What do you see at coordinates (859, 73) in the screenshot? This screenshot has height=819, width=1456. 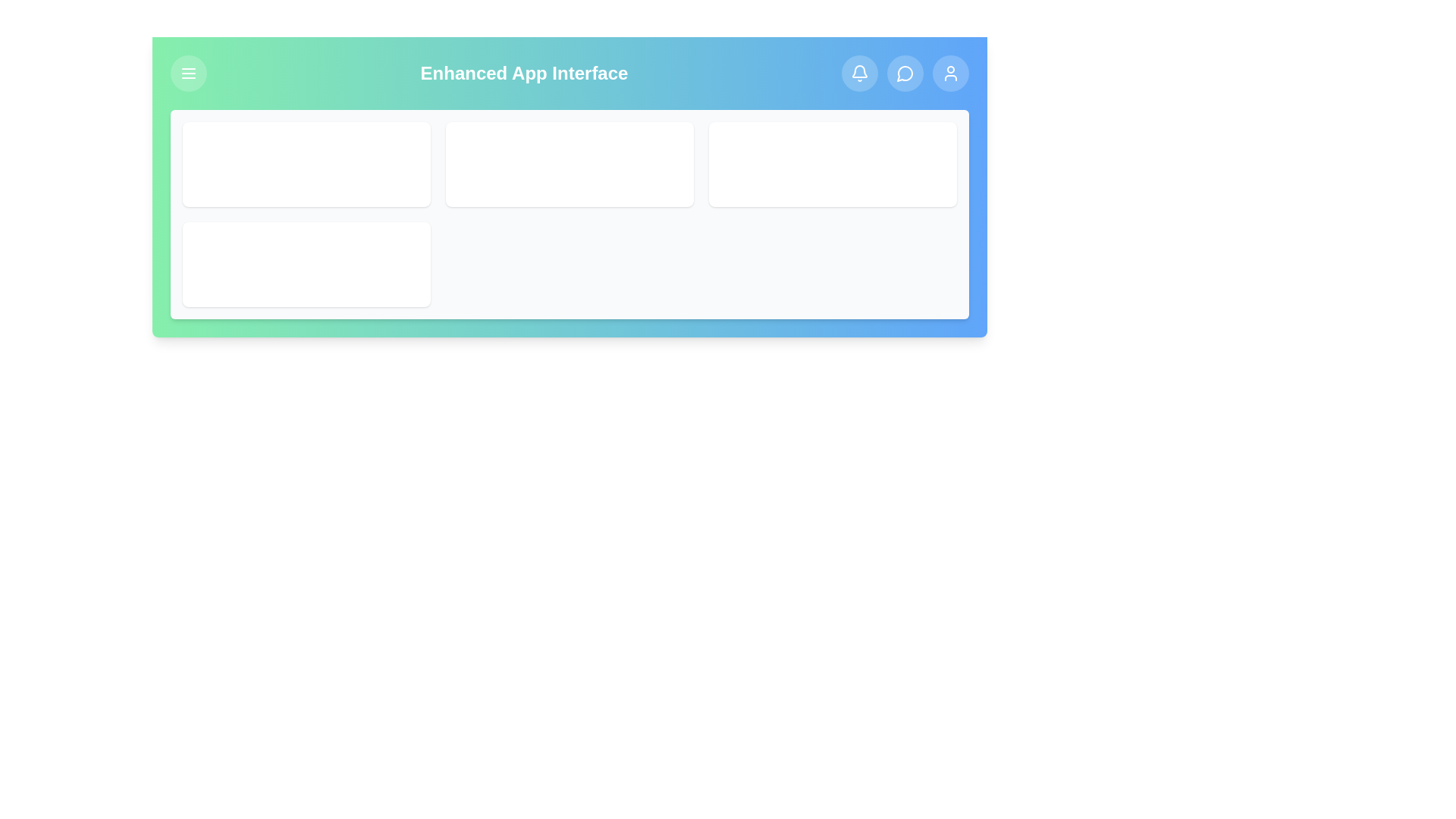 I see `the notification button to view notifications` at bounding box center [859, 73].